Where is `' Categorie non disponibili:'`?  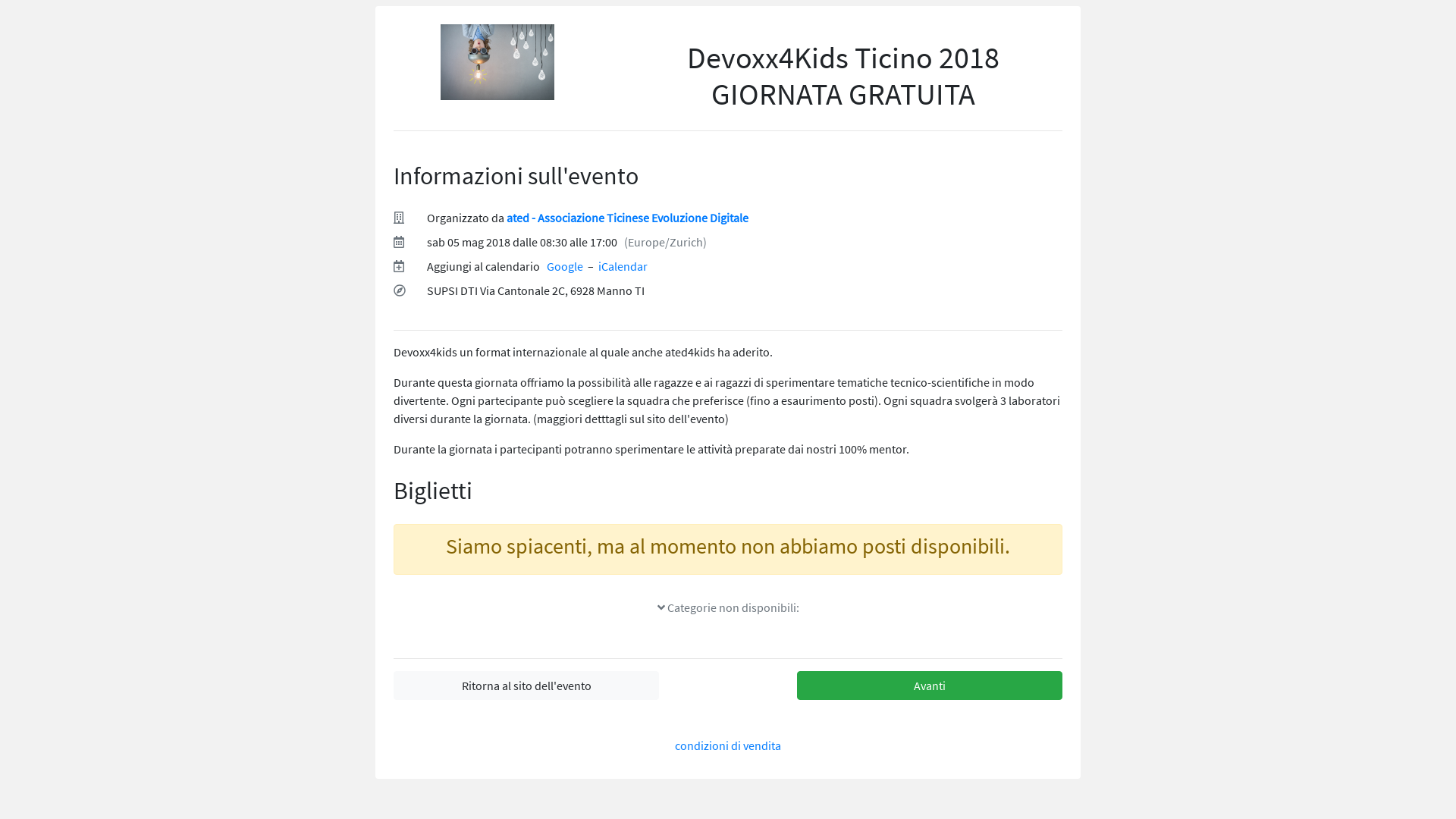
' Categorie non disponibili:' is located at coordinates (728, 607).